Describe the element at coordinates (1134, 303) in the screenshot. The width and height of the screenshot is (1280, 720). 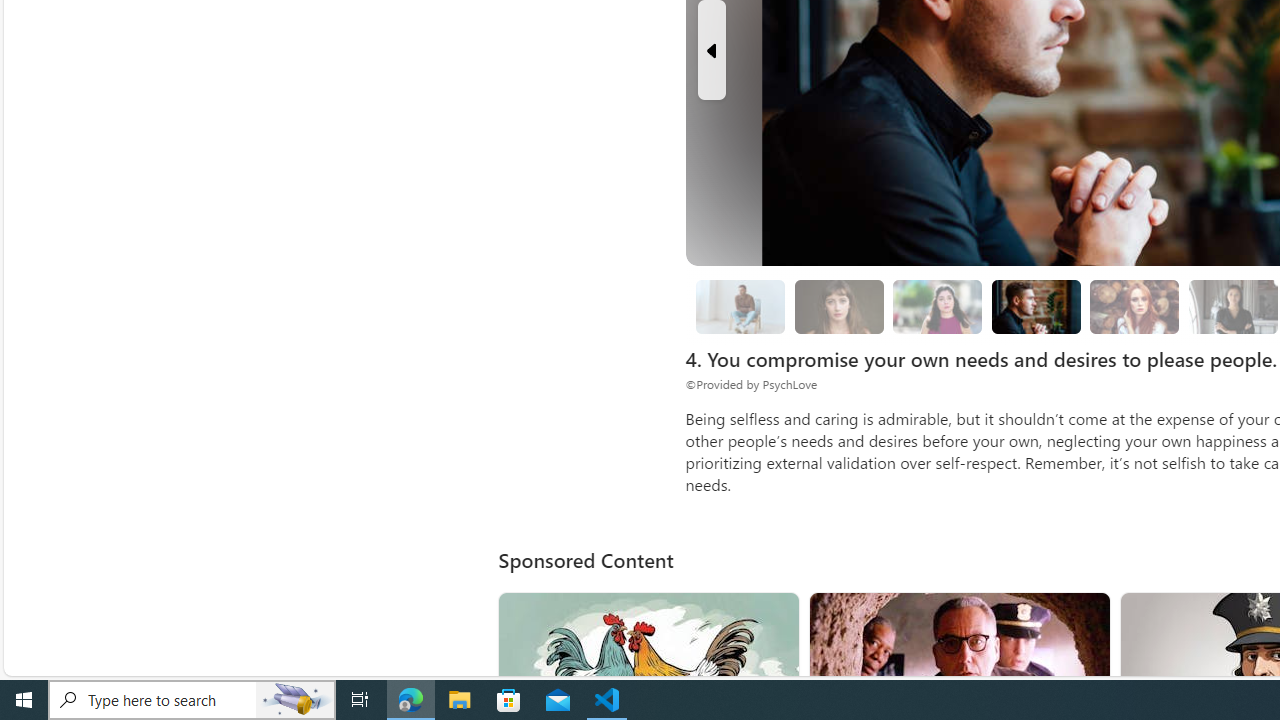
I see `'Class: progress'` at that location.